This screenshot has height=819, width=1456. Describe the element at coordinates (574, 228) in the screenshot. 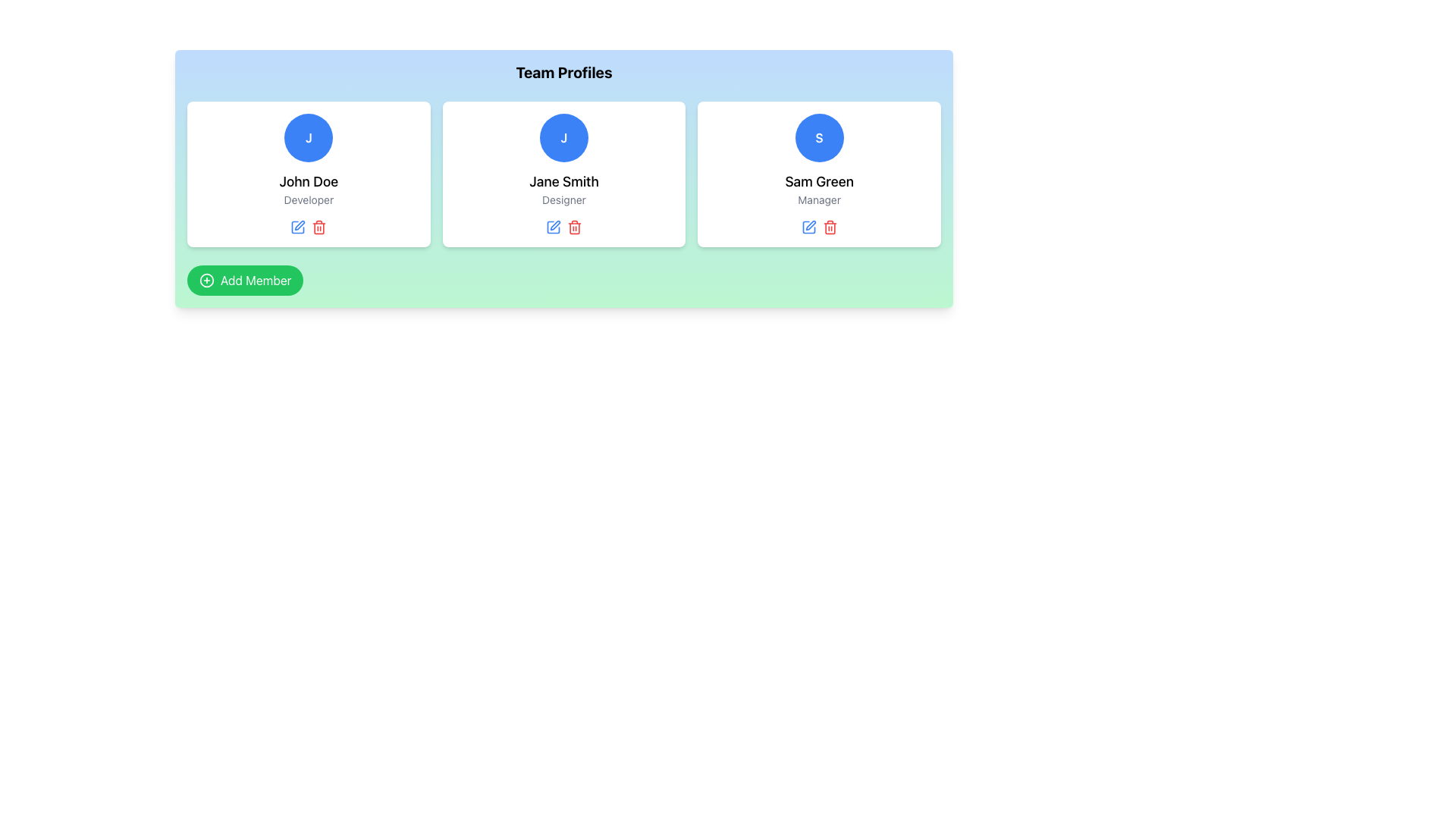

I see `the 'Delete' button located to the right of the blue pencil icon within the 'Jane Smith Designer' card` at that location.